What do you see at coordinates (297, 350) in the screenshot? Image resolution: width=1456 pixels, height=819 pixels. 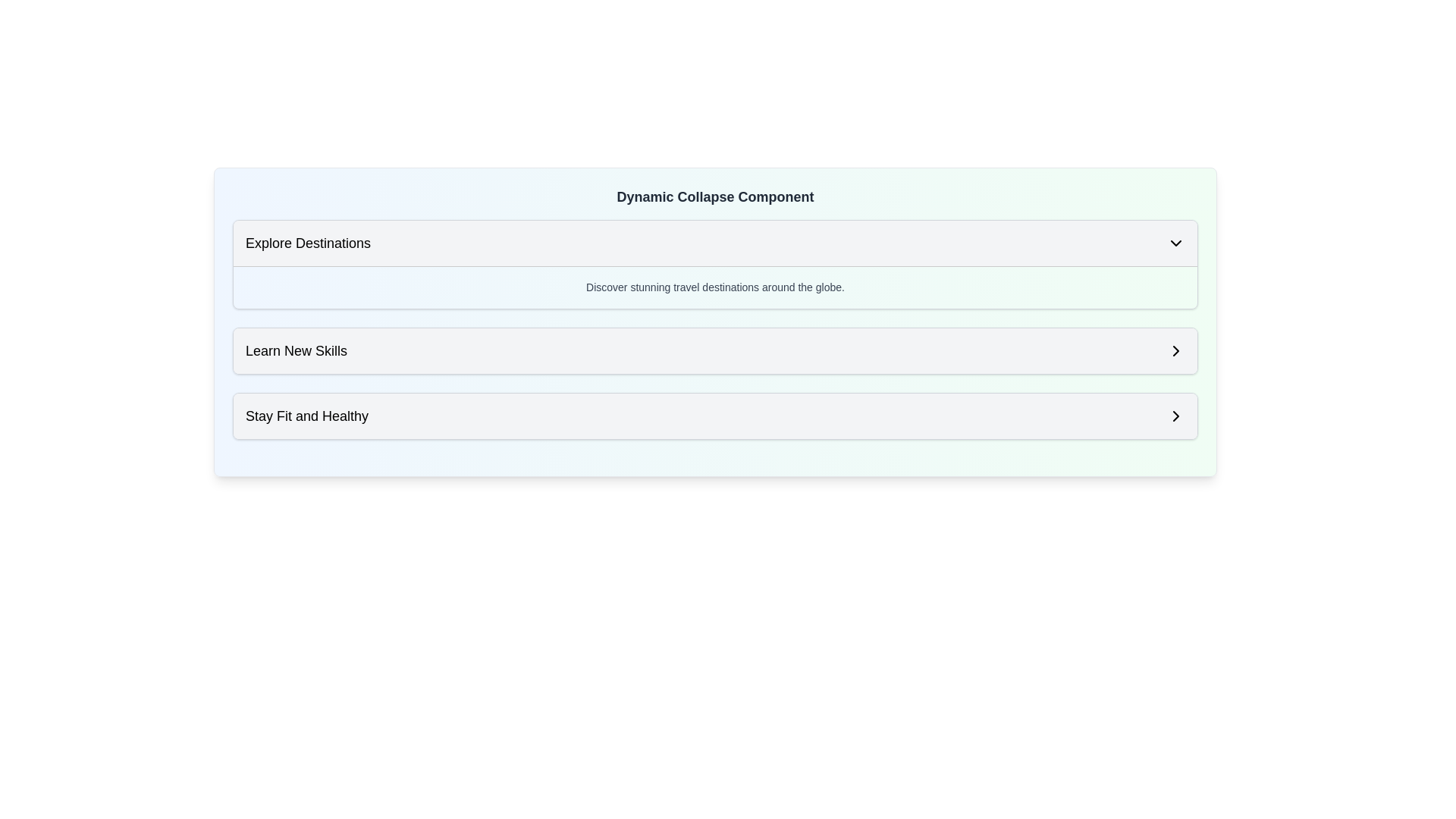 I see `the text label displaying 'Learn New Skills', which is prominently styled in black on a light gray background, located in the second interactive section of the vertical list` at bounding box center [297, 350].